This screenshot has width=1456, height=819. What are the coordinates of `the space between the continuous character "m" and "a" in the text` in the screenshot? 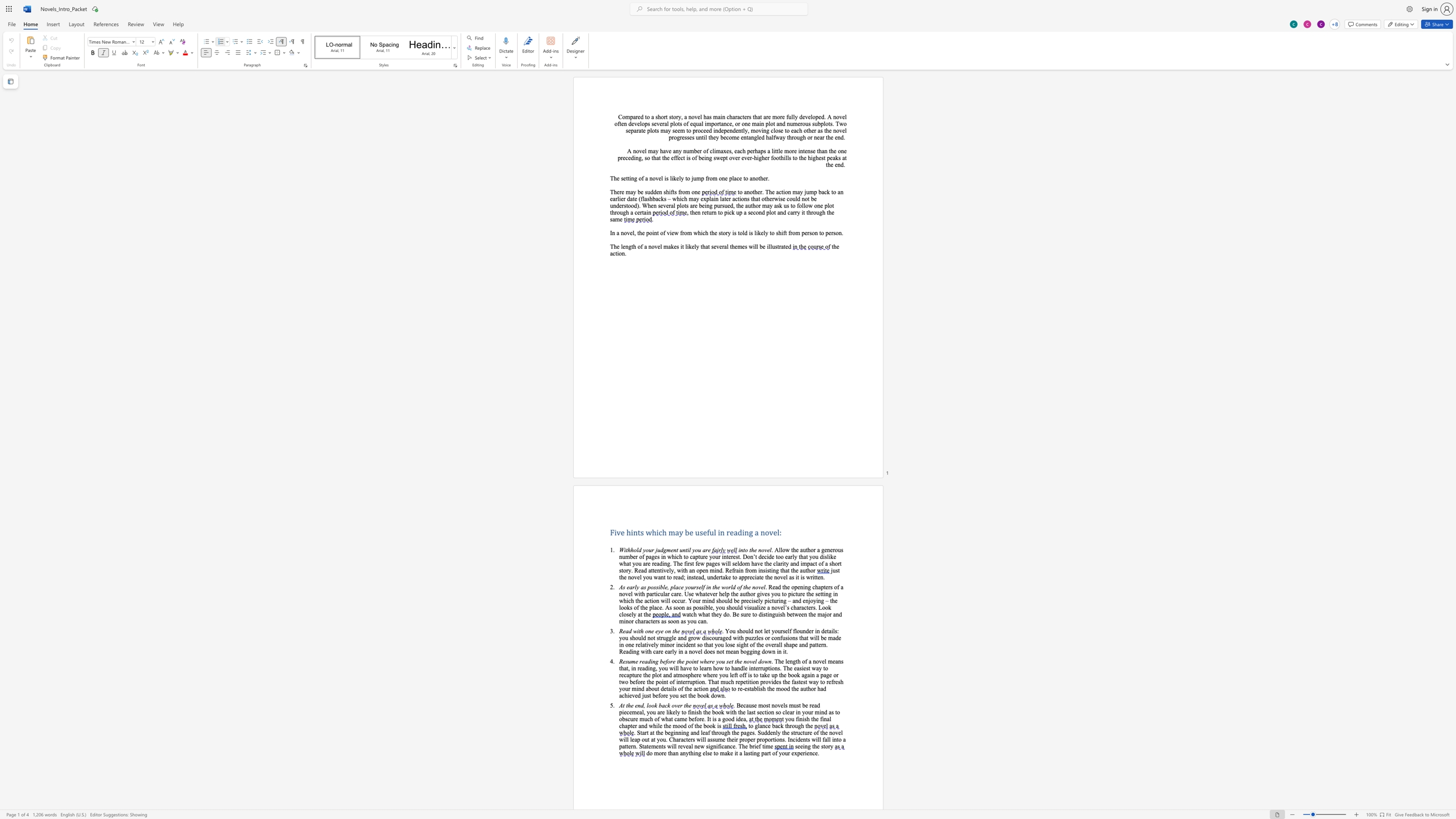 It's located at (831, 638).